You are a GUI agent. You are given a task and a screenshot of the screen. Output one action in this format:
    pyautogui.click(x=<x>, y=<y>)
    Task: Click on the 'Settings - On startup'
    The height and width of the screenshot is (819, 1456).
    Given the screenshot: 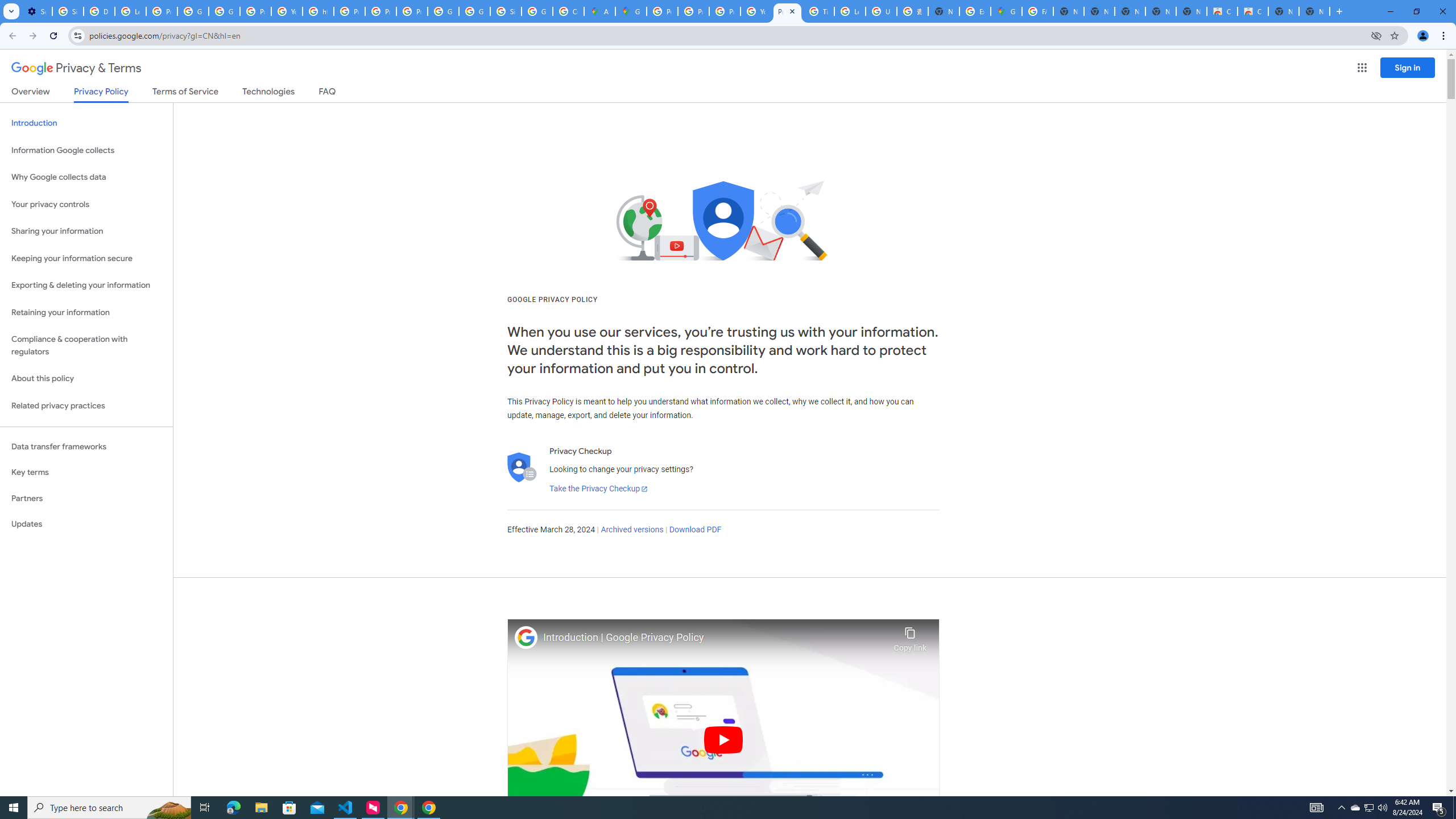 What is the action you would take?
    pyautogui.click(x=36, y=11)
    